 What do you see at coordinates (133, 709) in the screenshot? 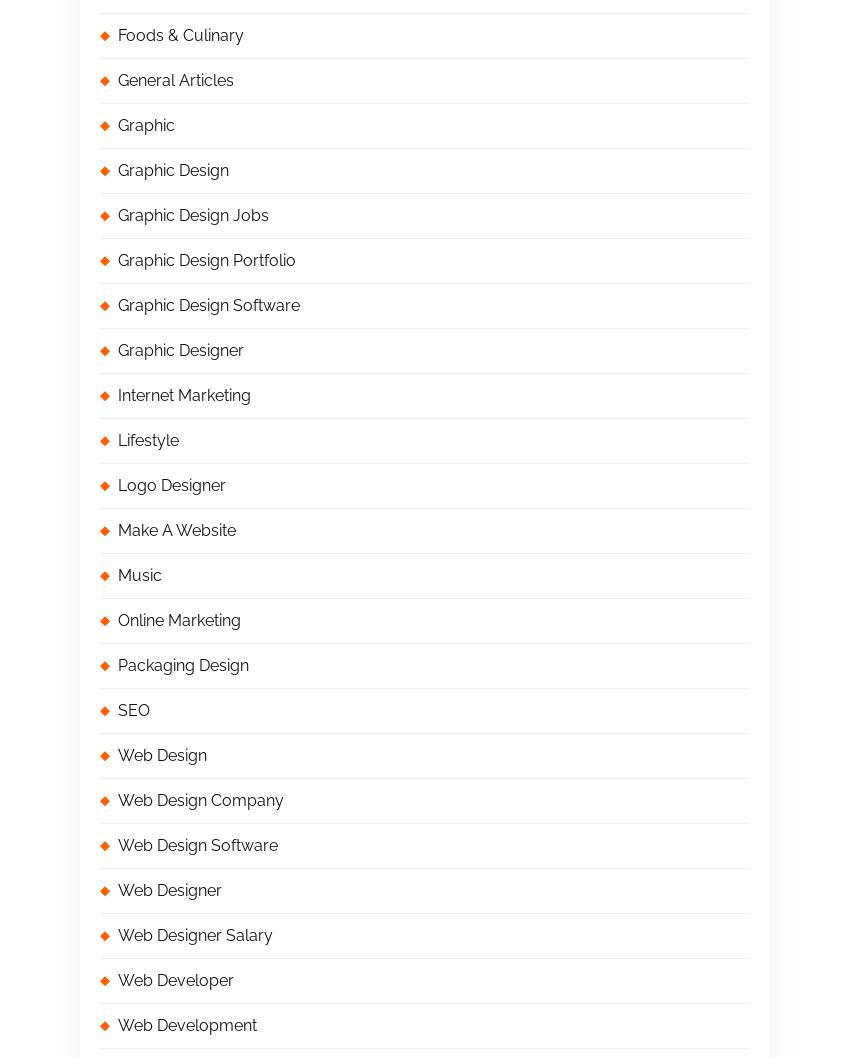
I see `'SEO'` at bounding box center [133, 709].